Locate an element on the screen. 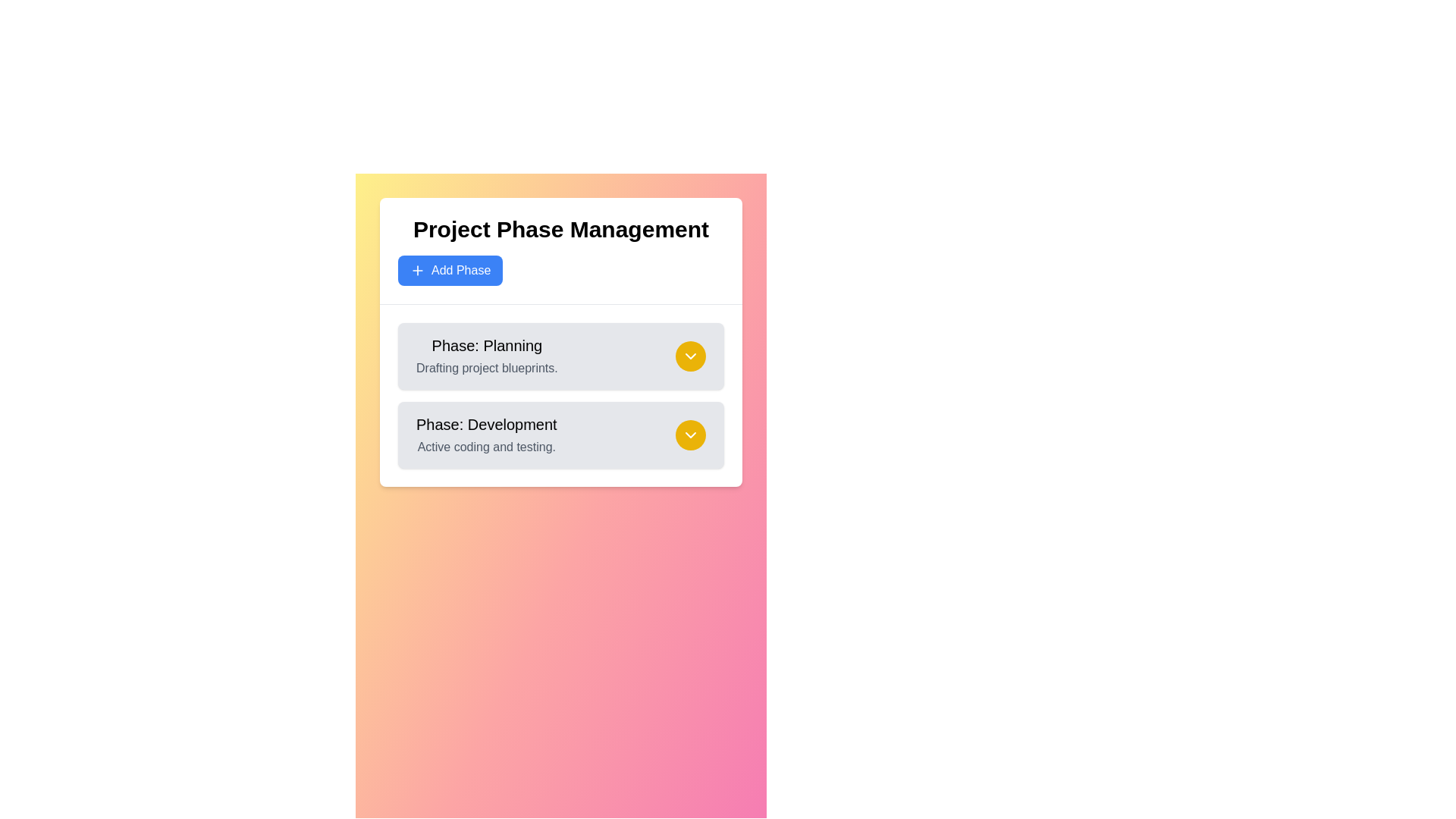 The height and width of the screenshot is (819, 1456). the dropdown button located to the far right of the 'Phase: Planning' item is located at coordinates (690, 356).